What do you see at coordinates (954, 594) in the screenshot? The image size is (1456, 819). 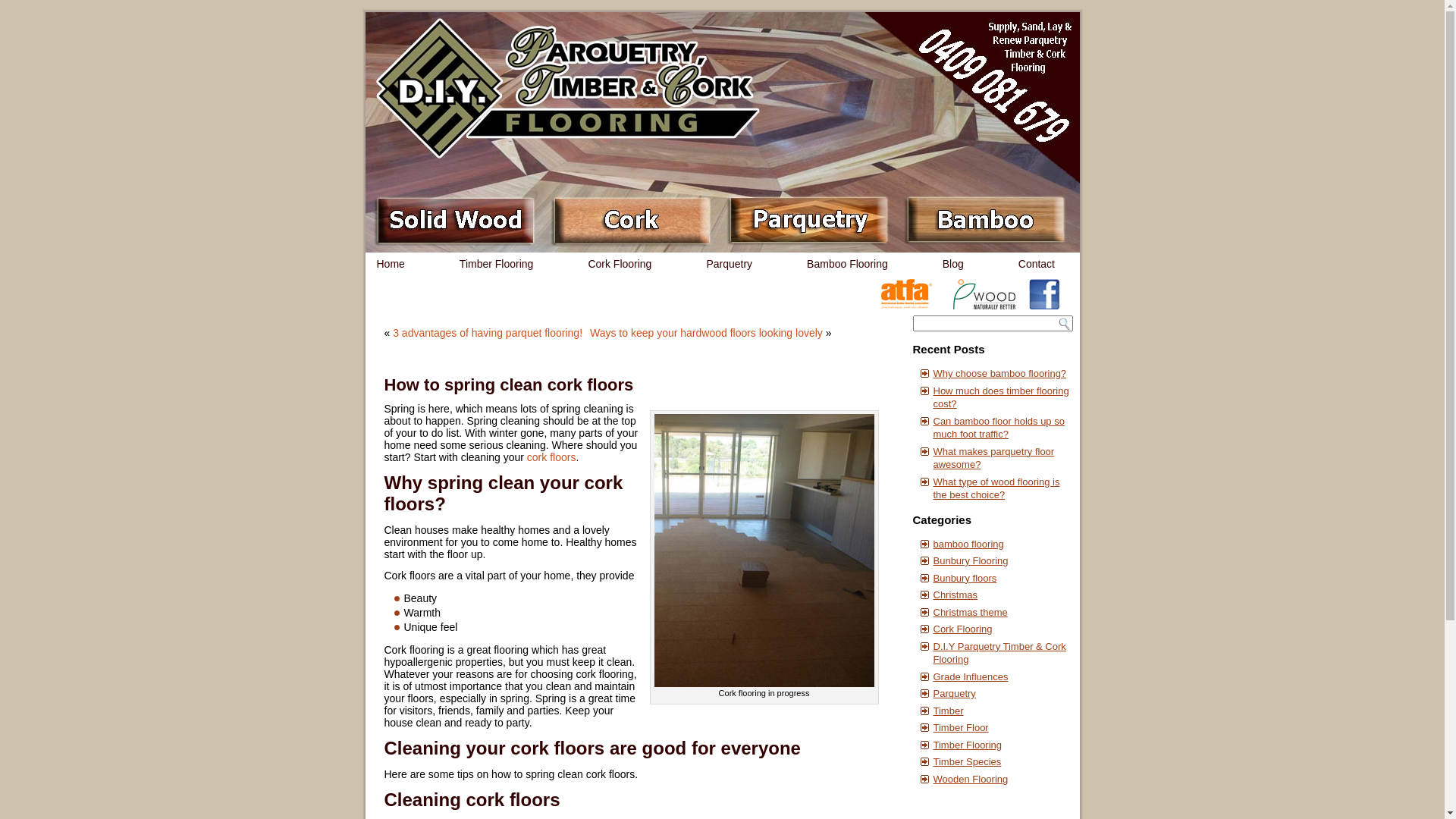 I see `'Christmas'` at bounding box center [954, 594].